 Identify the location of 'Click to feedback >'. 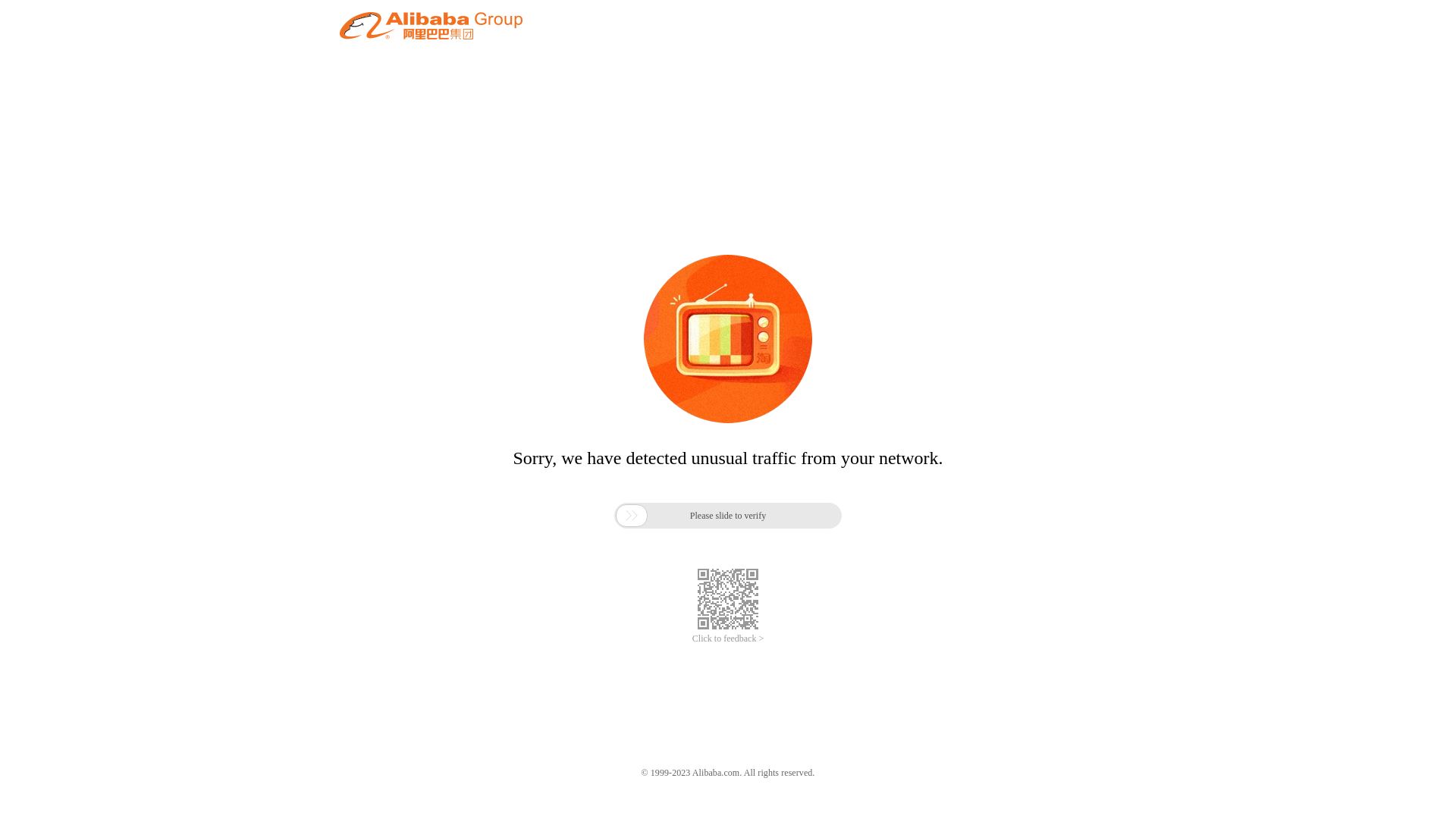
(728, 639).